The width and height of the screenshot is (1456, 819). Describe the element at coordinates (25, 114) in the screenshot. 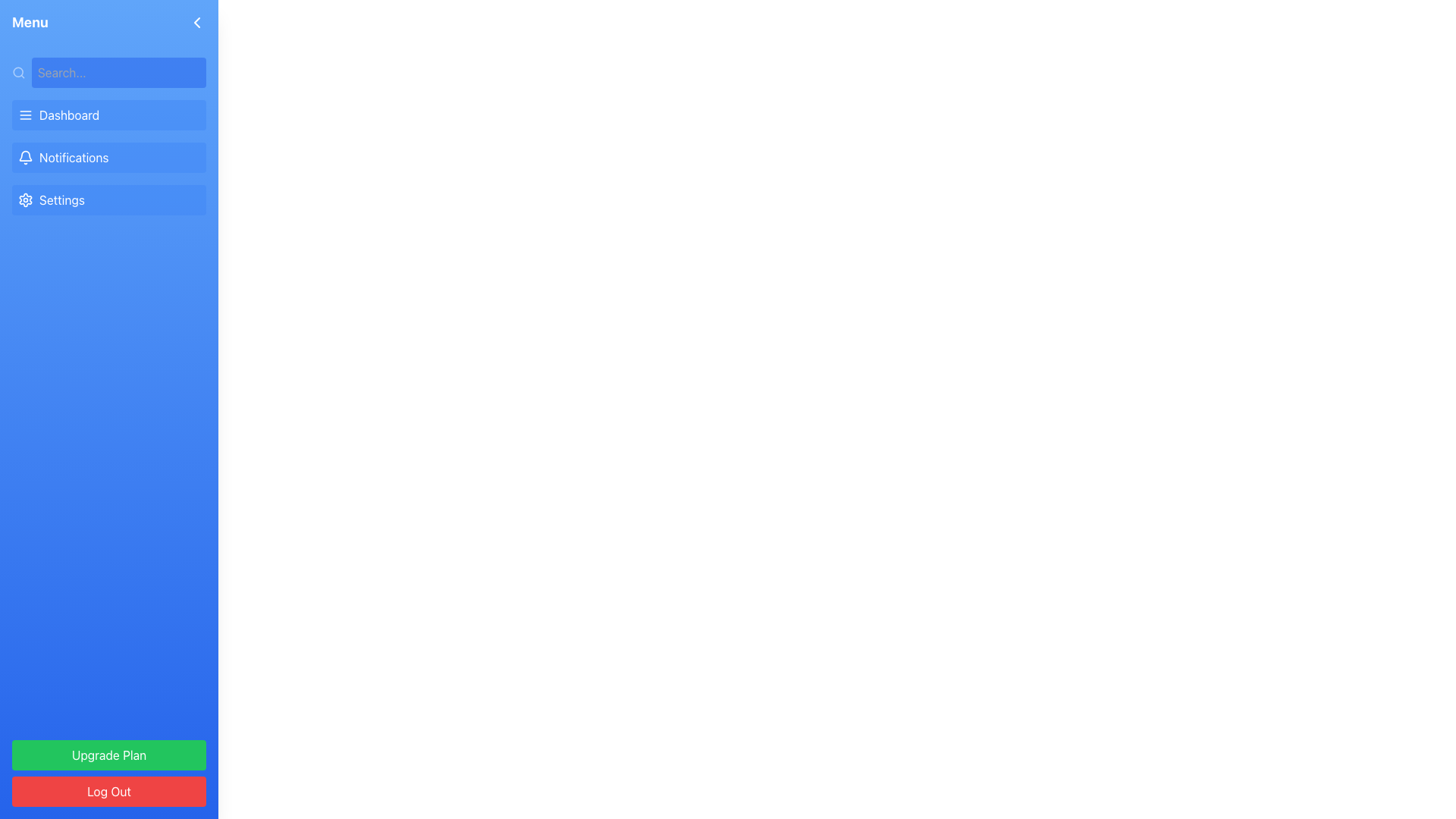

I see `the menu icon located to the left of the 'Dashboard' button` at that location.